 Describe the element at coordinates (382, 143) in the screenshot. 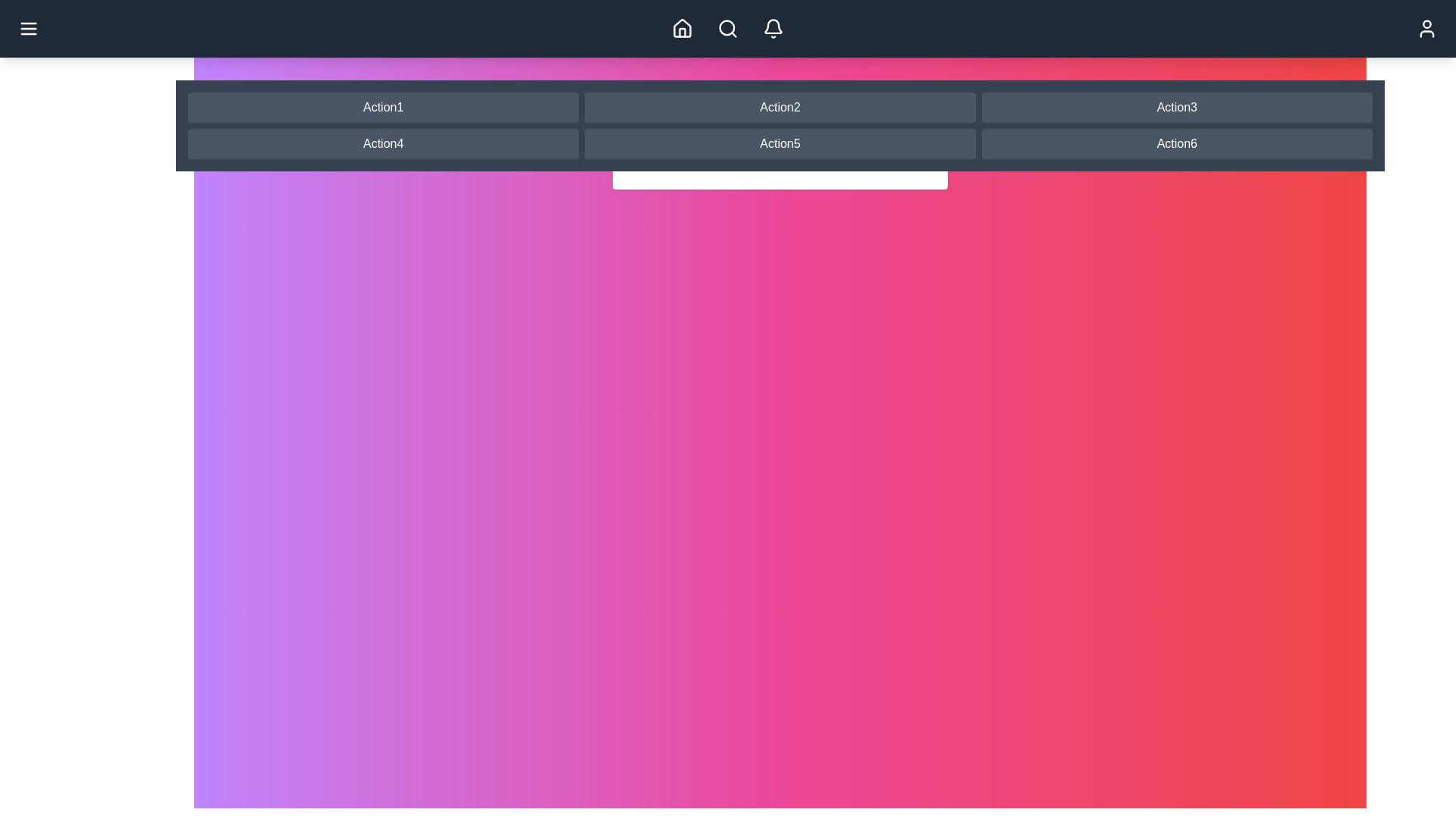

I see `the navigation button labeled Action4` at that location.